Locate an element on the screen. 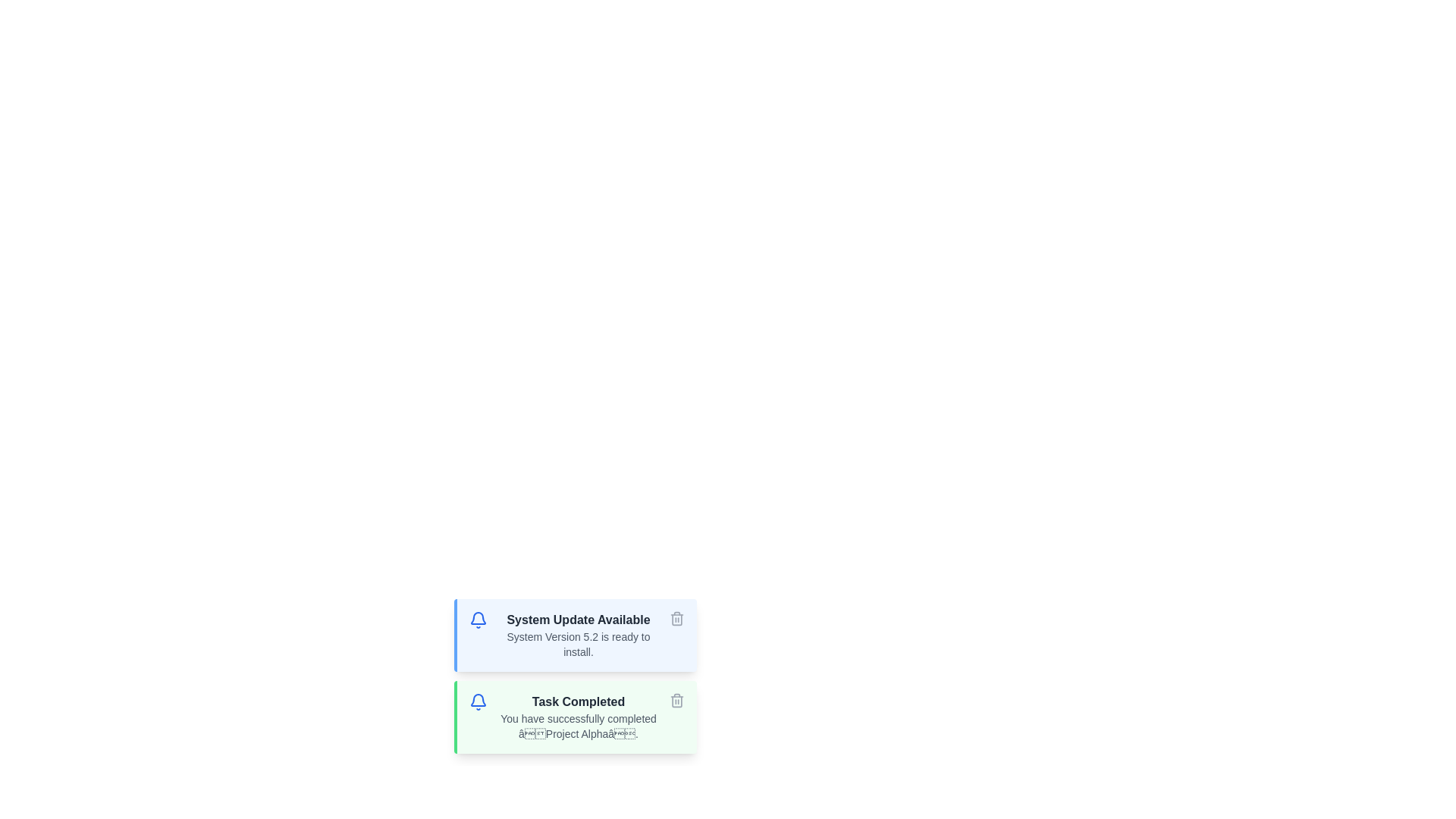  close button on the notification to remove it is located at coordinates (676, 619).